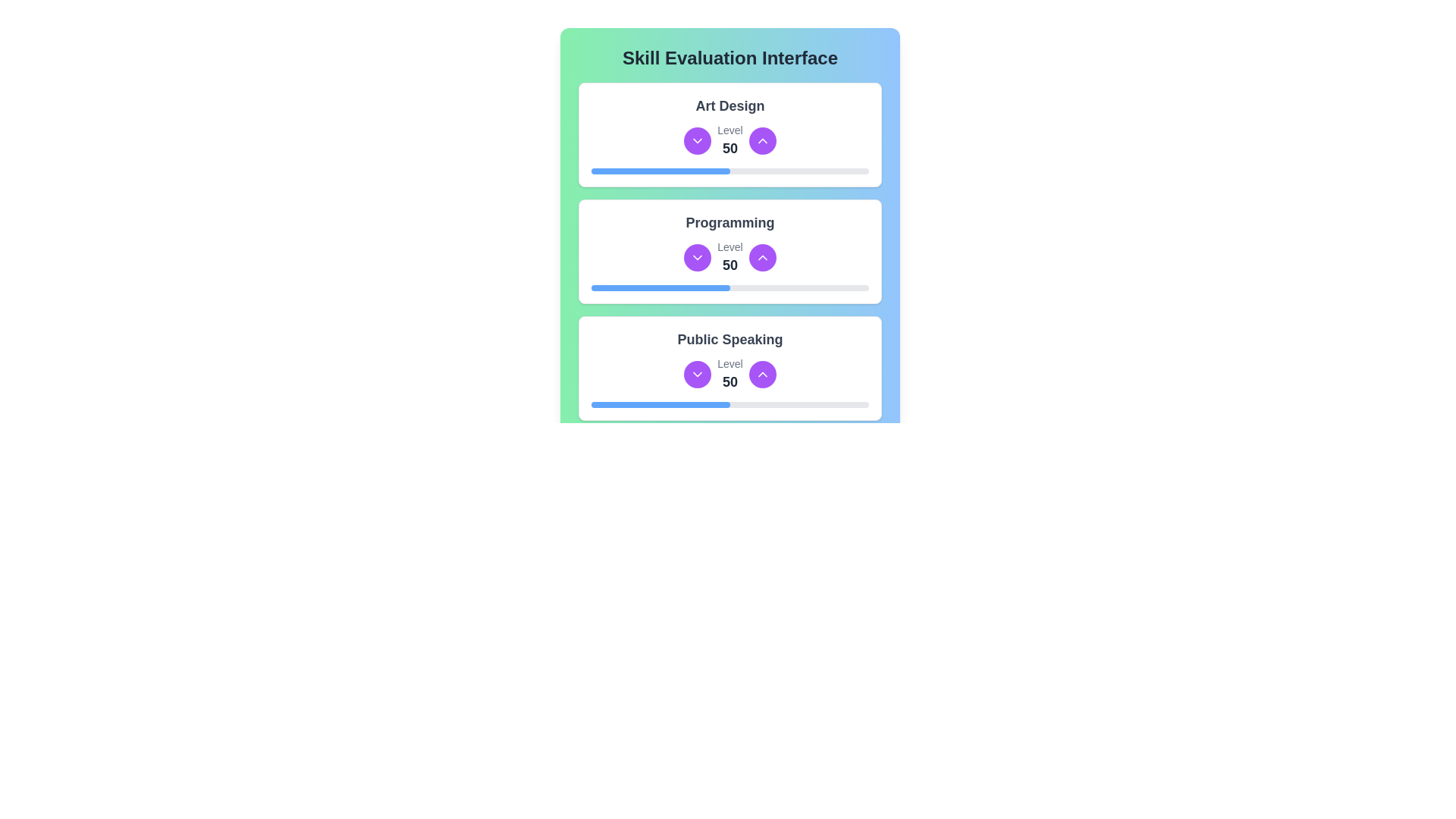 The image size is (1456, 819). Describe the element at coordinates (730, 363) in the screenshot. I see `the Text Label that indicates 'Level' above the numerical value '50' in the 'Public Speaking' section` at that location.